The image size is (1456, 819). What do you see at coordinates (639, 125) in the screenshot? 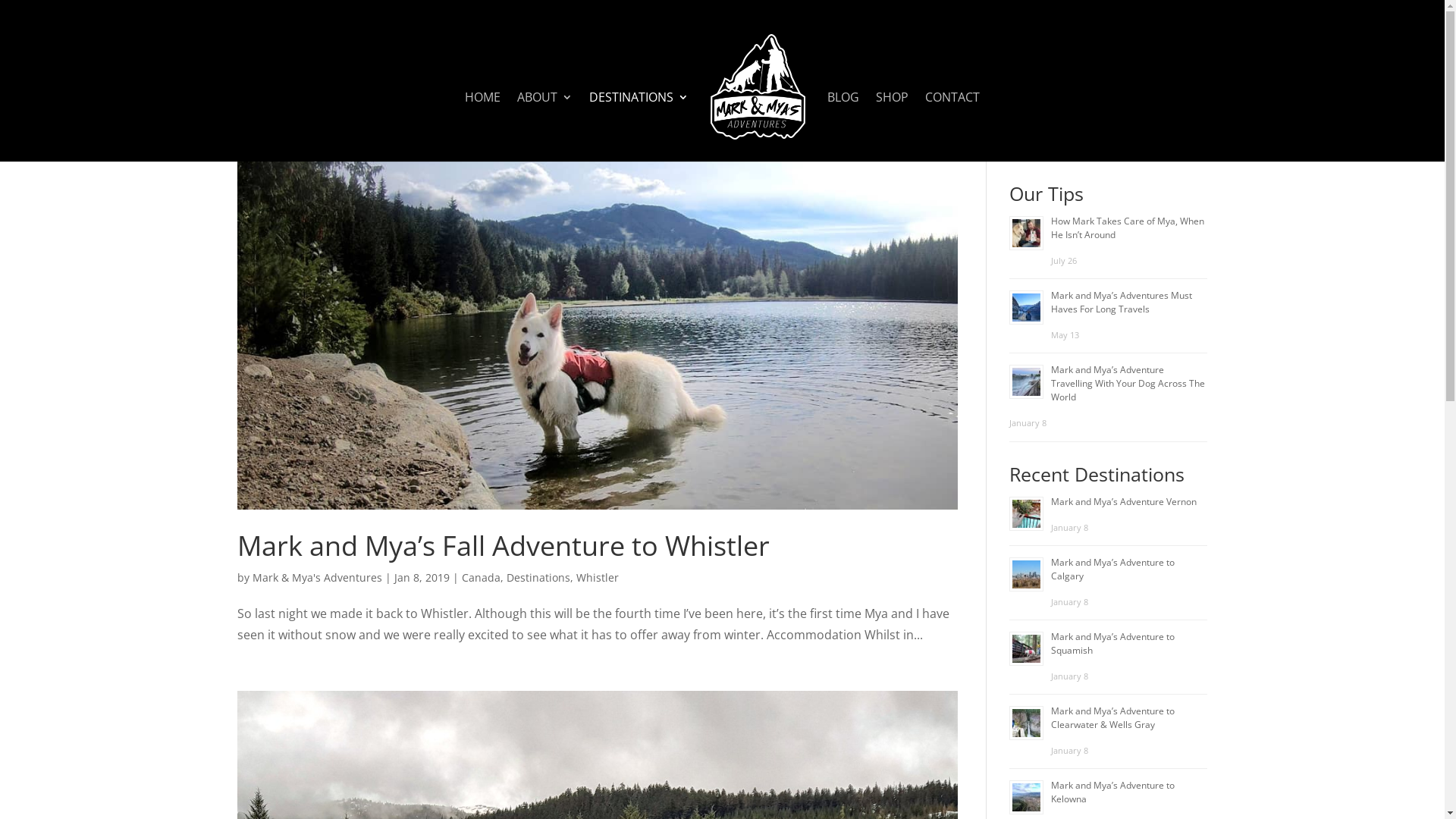
I see `'DESTINATIONS'` at bounding box center [639, 125].